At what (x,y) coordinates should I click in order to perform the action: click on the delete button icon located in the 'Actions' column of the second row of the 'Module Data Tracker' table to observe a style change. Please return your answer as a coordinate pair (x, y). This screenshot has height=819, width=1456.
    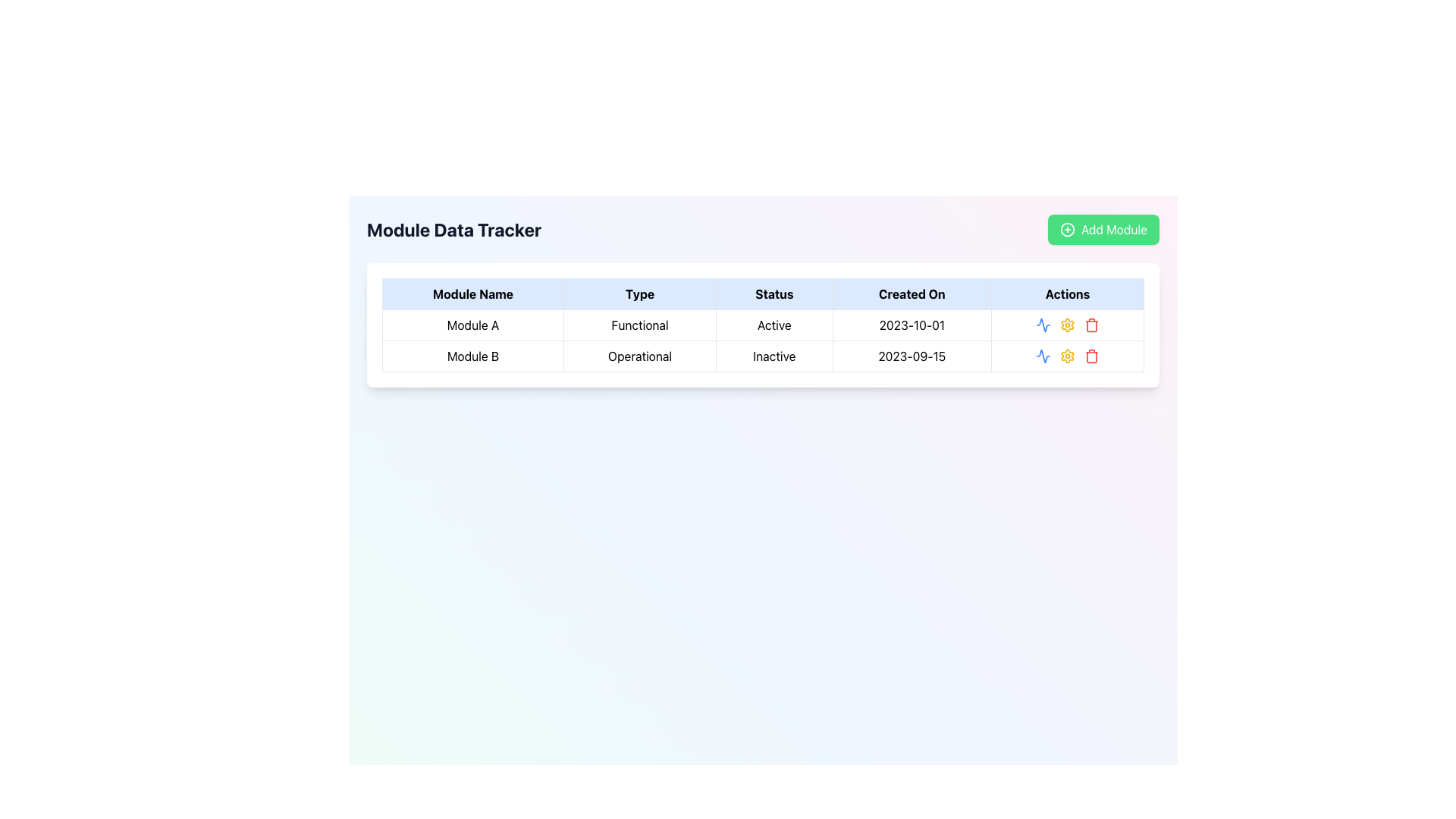
    Looking at the image, I should click on (1092, 356).